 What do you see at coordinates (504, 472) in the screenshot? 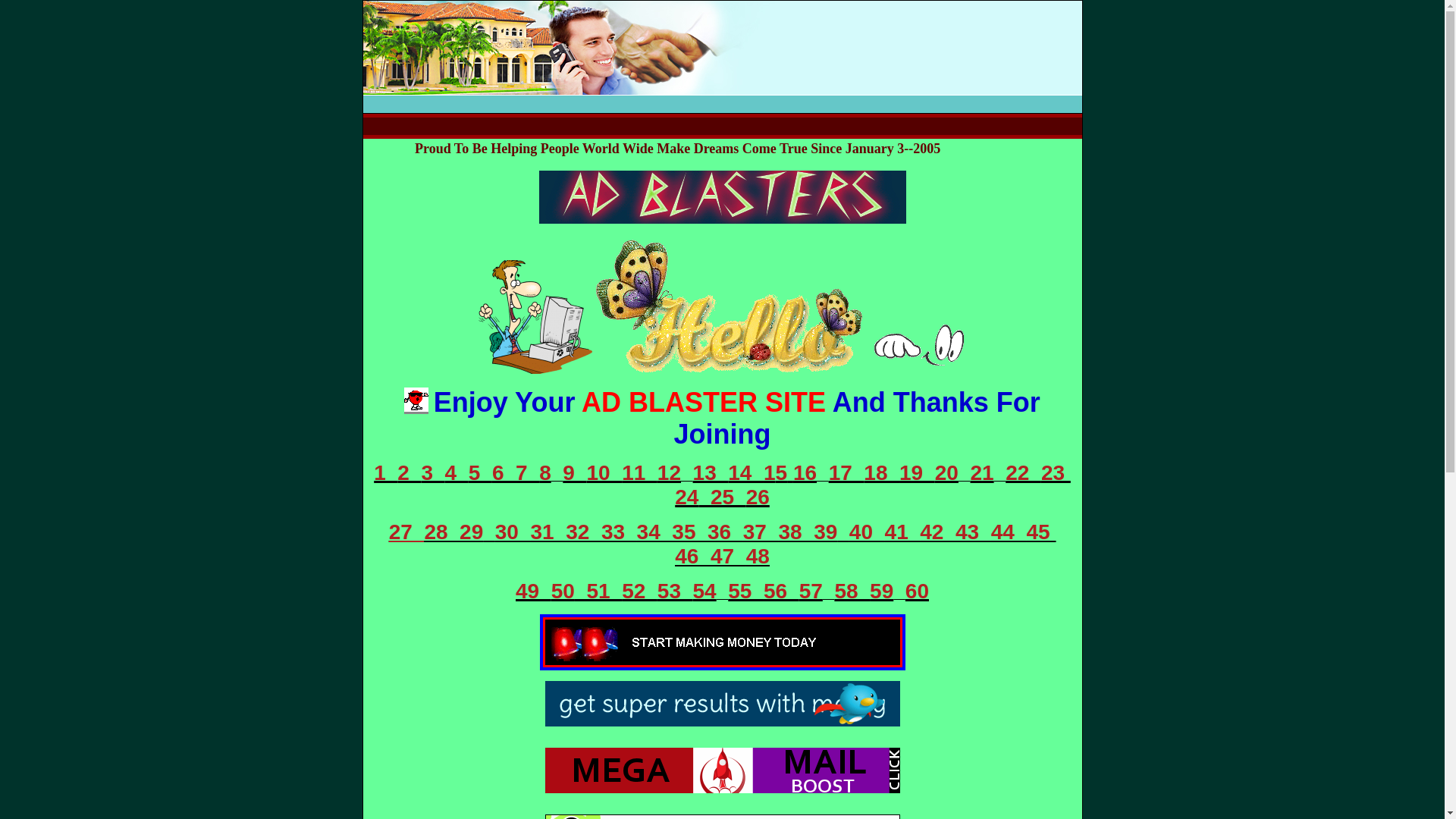
I see `'6 '` at bounding box center [504, 472].